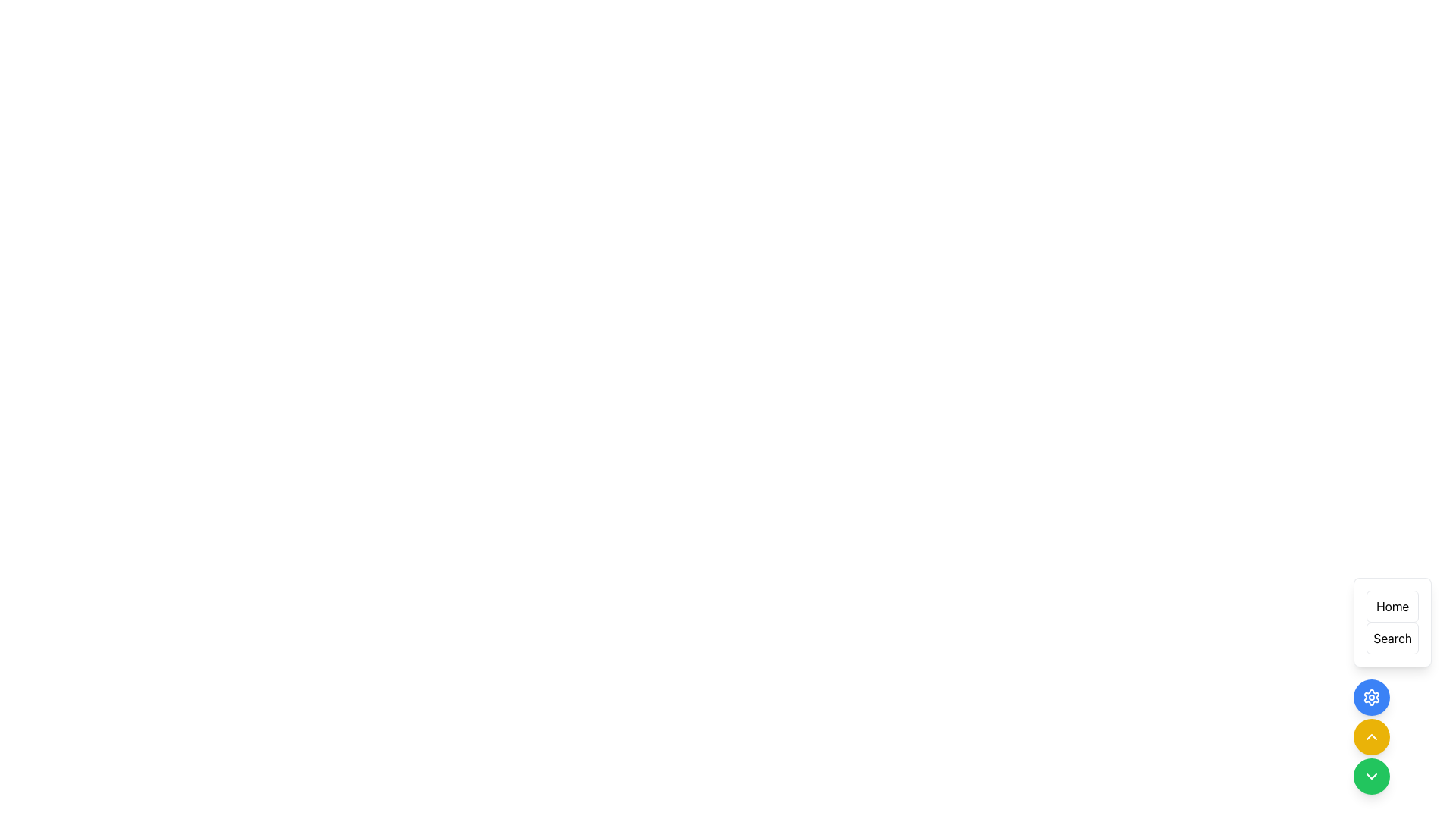  I want to click on the 'Search' text button located under the 'Home' button in the vertical list of text buttons, so click(1392, 638).